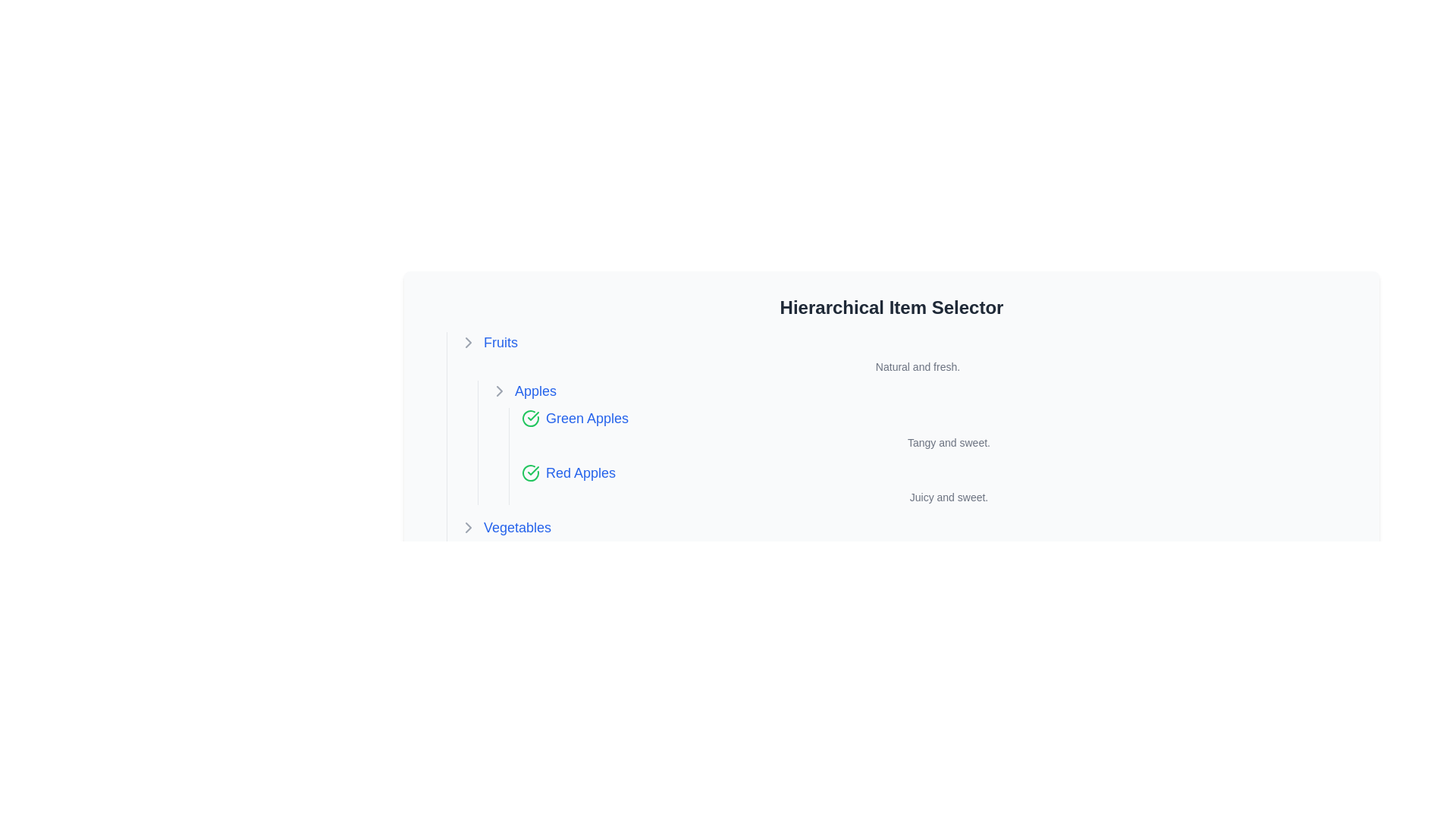 This screenshot has height=819, width=1456. Describe the element at coordinates (937, 483) in the screenshot. I see `the Text Label displaying 'Red Apples', which is the 2nd item in the list of apple varieties, providing the description 'Juicy and sweet.'` at that location.